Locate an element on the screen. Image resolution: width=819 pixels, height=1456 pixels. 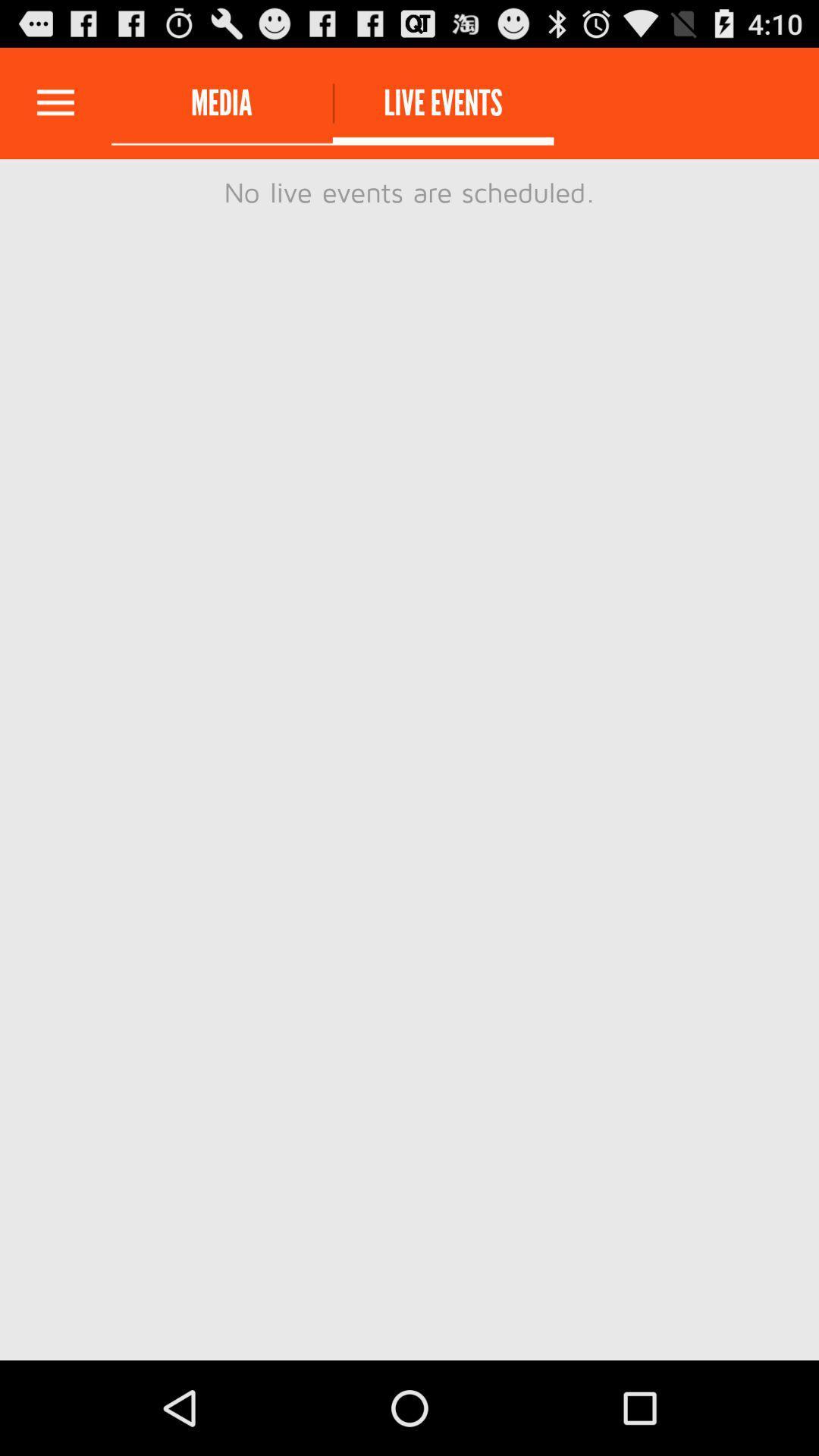
expand menu options is located at coordinates (55, 102).